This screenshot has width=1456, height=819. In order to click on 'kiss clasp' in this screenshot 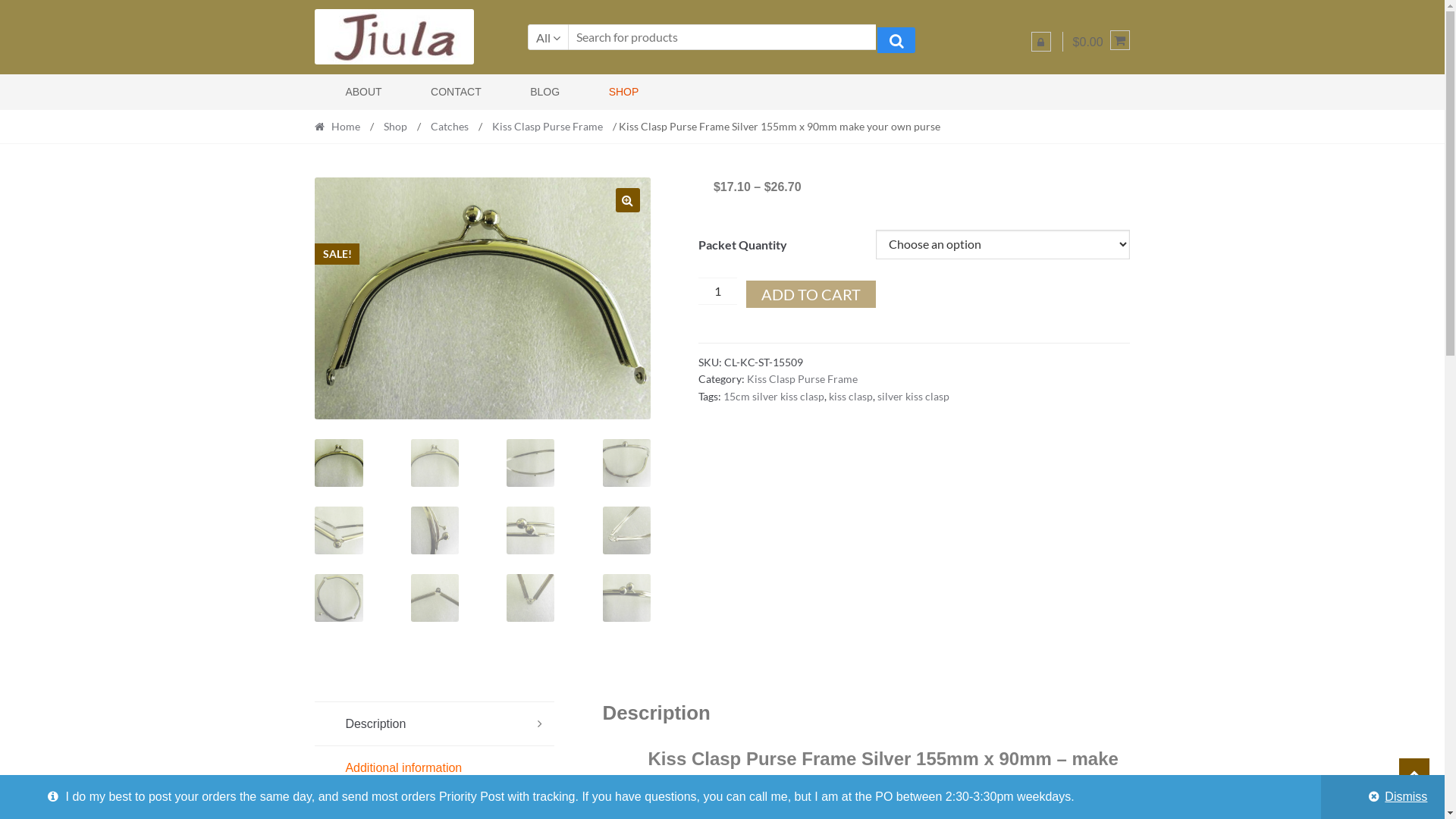, I will do `click(851, 395)`.